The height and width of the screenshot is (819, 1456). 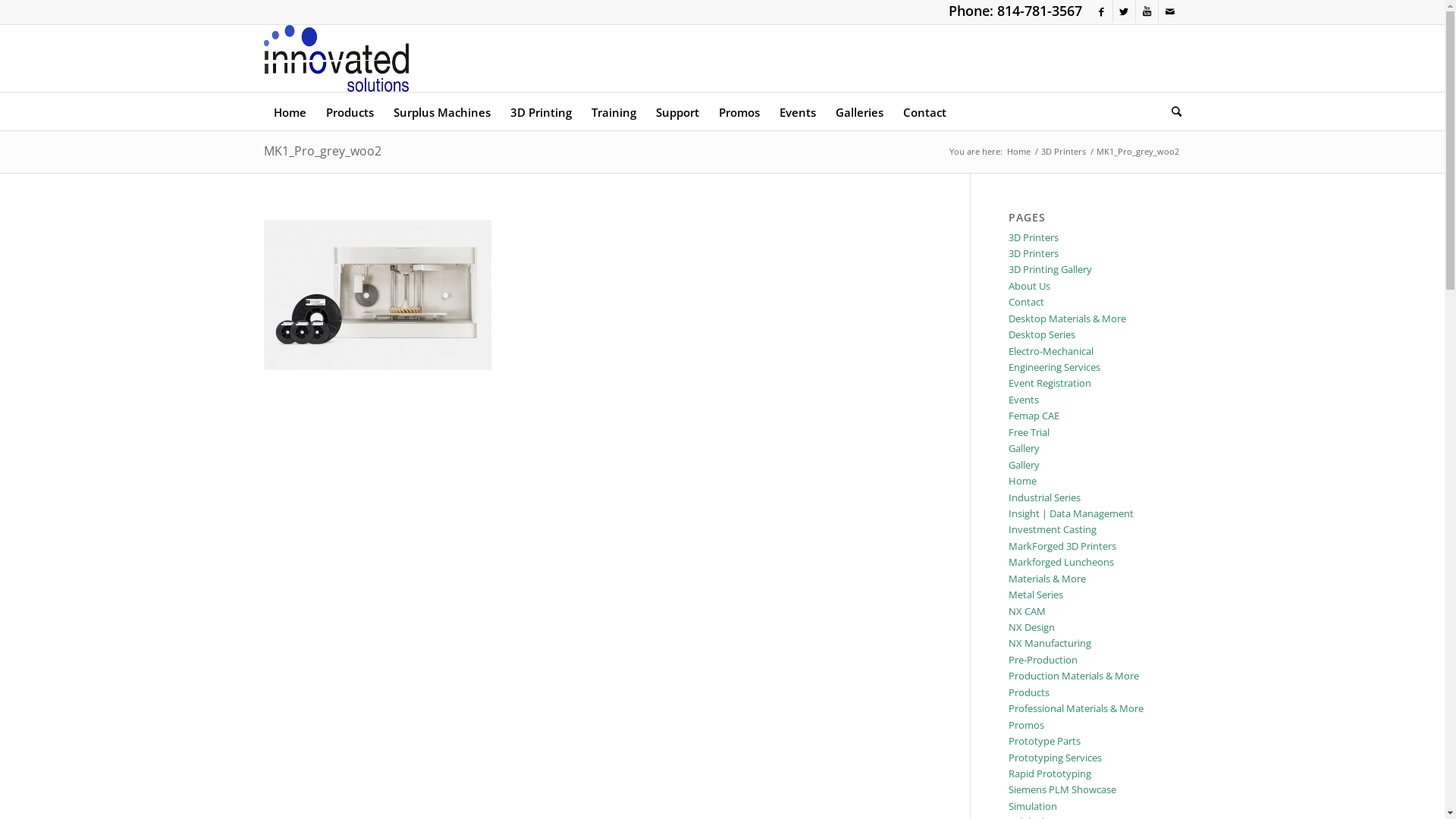 I want to click on 'Events', so click(x=1023, y=399).